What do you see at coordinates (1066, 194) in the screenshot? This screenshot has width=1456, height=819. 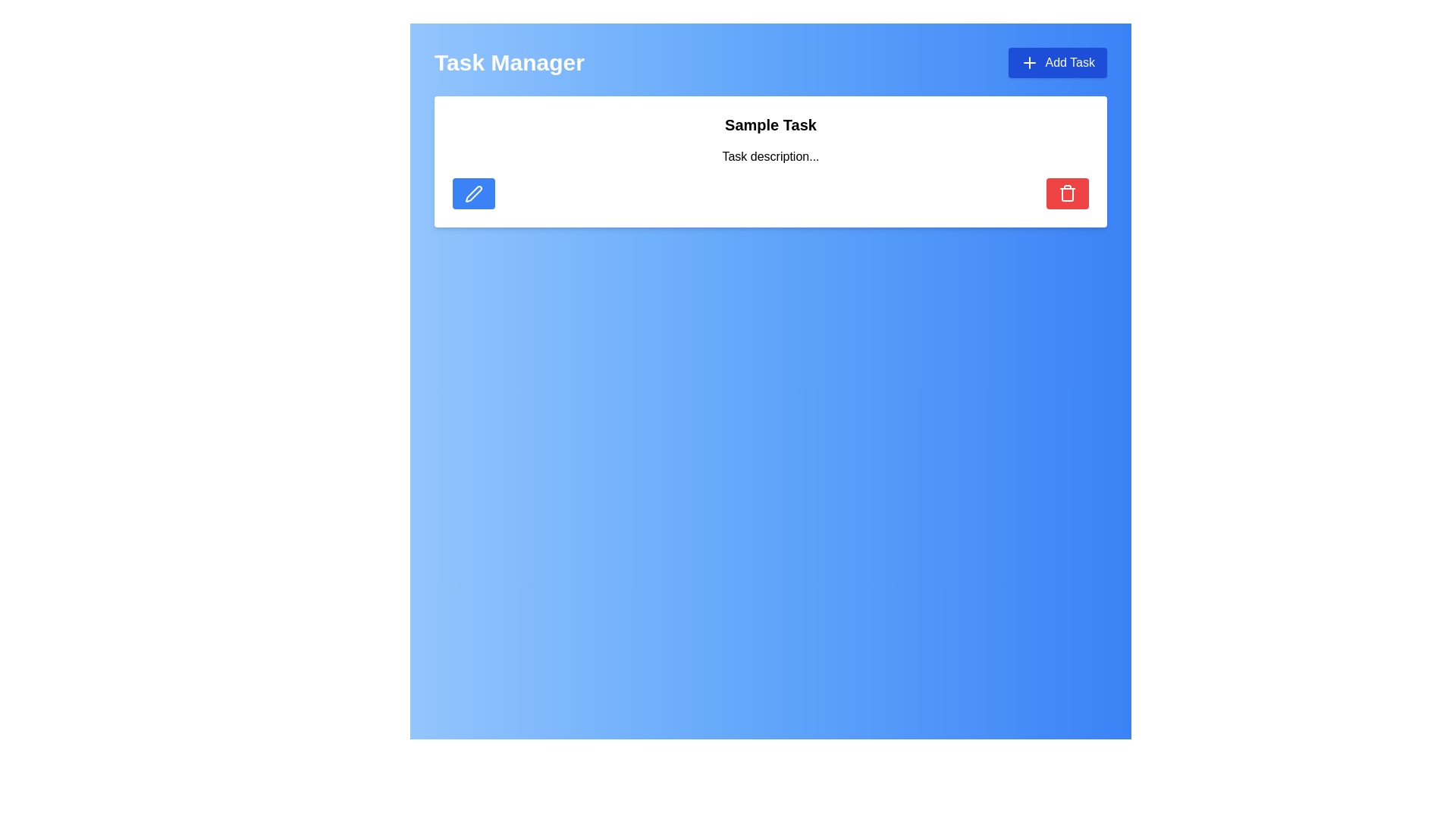 I see `the trash can icon, which is a vertical rectangle with curved corners, located within the red button at the far right of a task card` at bounding box center [1066, 194].